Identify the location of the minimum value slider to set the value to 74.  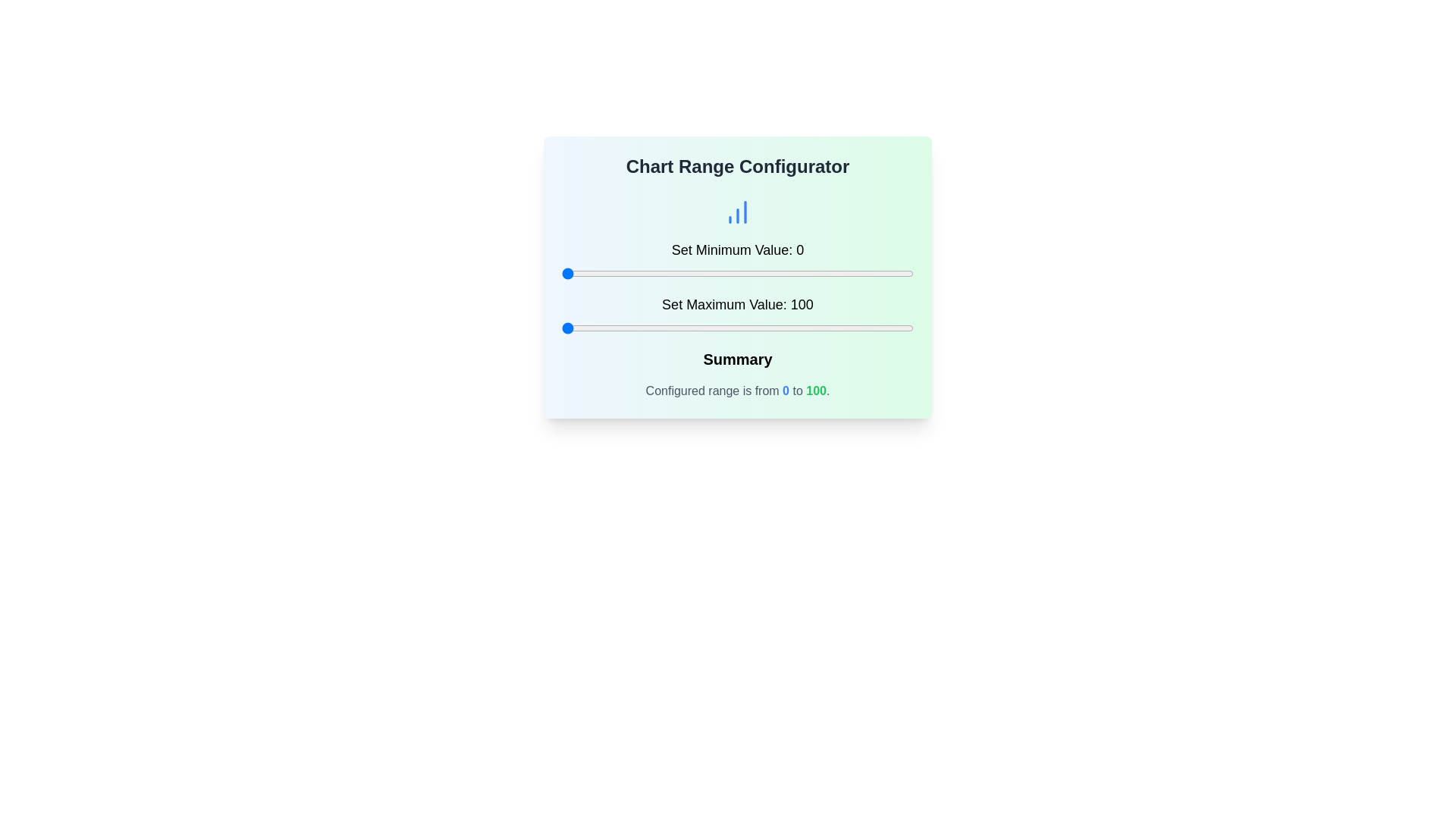
(821, 274).